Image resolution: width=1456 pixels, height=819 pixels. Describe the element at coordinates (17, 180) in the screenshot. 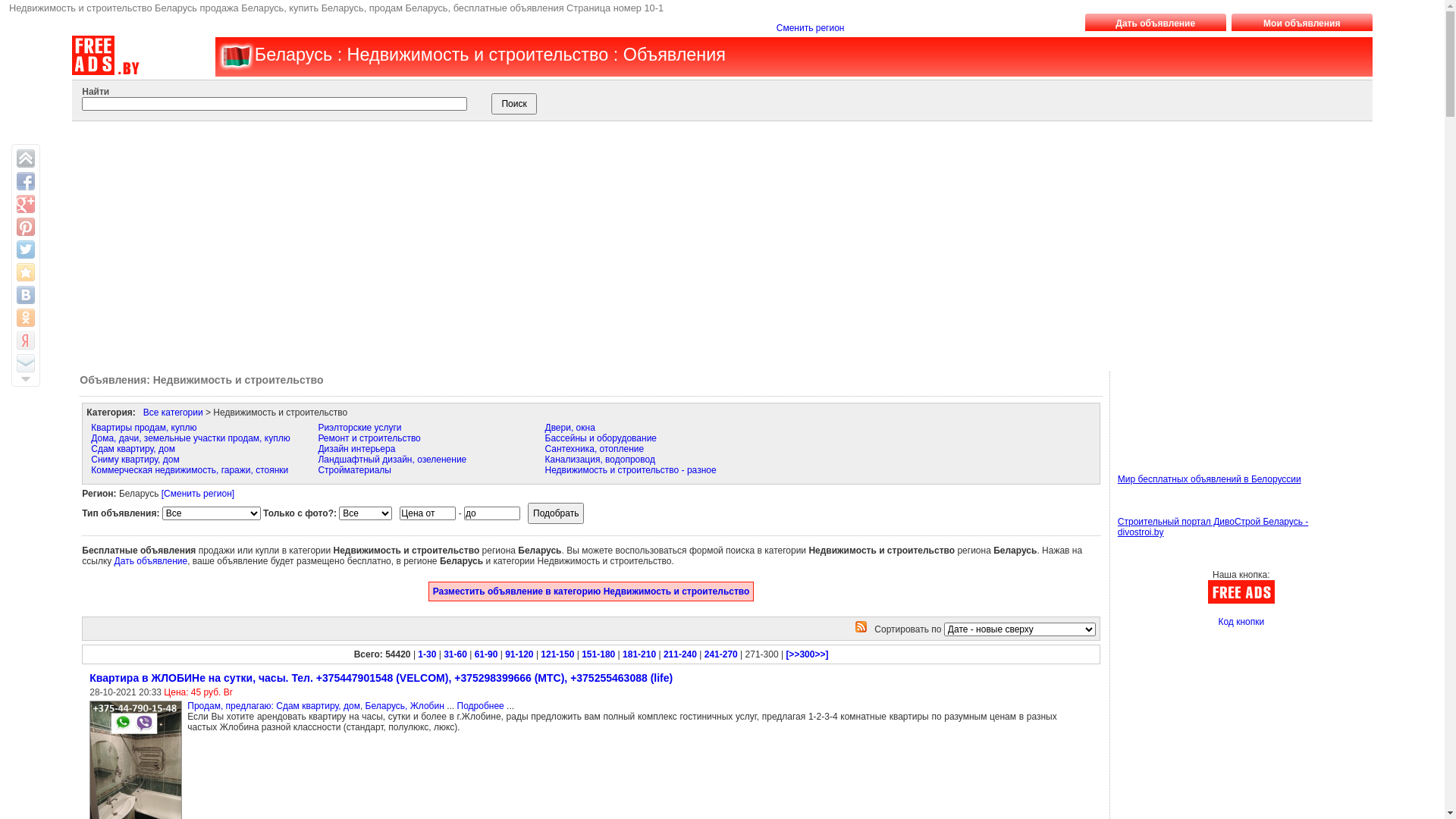

I see `'Share on Facebook'` at that location.